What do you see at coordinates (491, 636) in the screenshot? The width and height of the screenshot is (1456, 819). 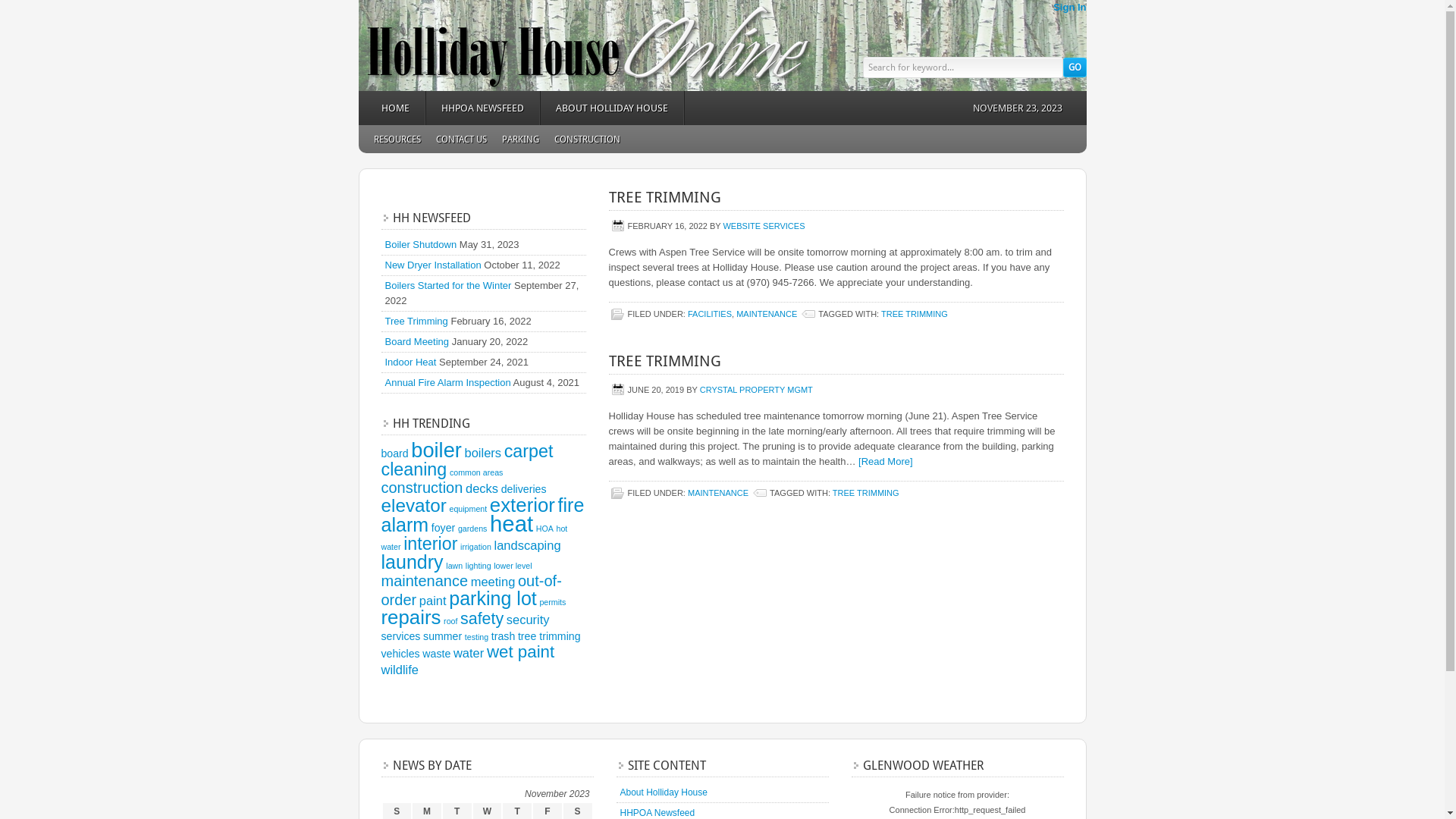 I see `'trash'` at bounding box center [491, 636].